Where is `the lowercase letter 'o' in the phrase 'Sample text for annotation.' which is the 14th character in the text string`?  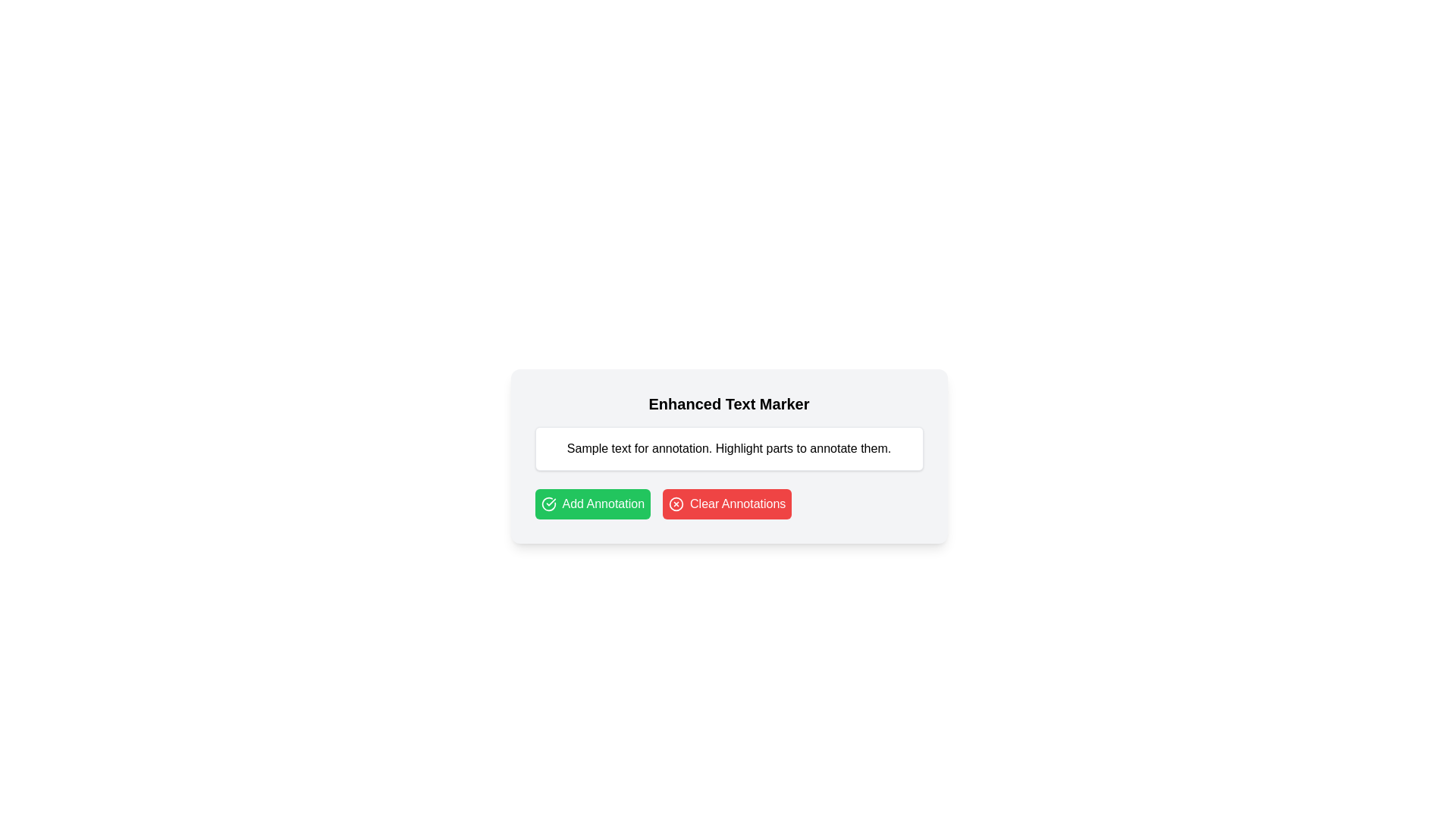 the lowercase letter 'o' in the phrase 'Sample text for annotation.' which is the 14th character in the text string is located at coordinates (641, 447).